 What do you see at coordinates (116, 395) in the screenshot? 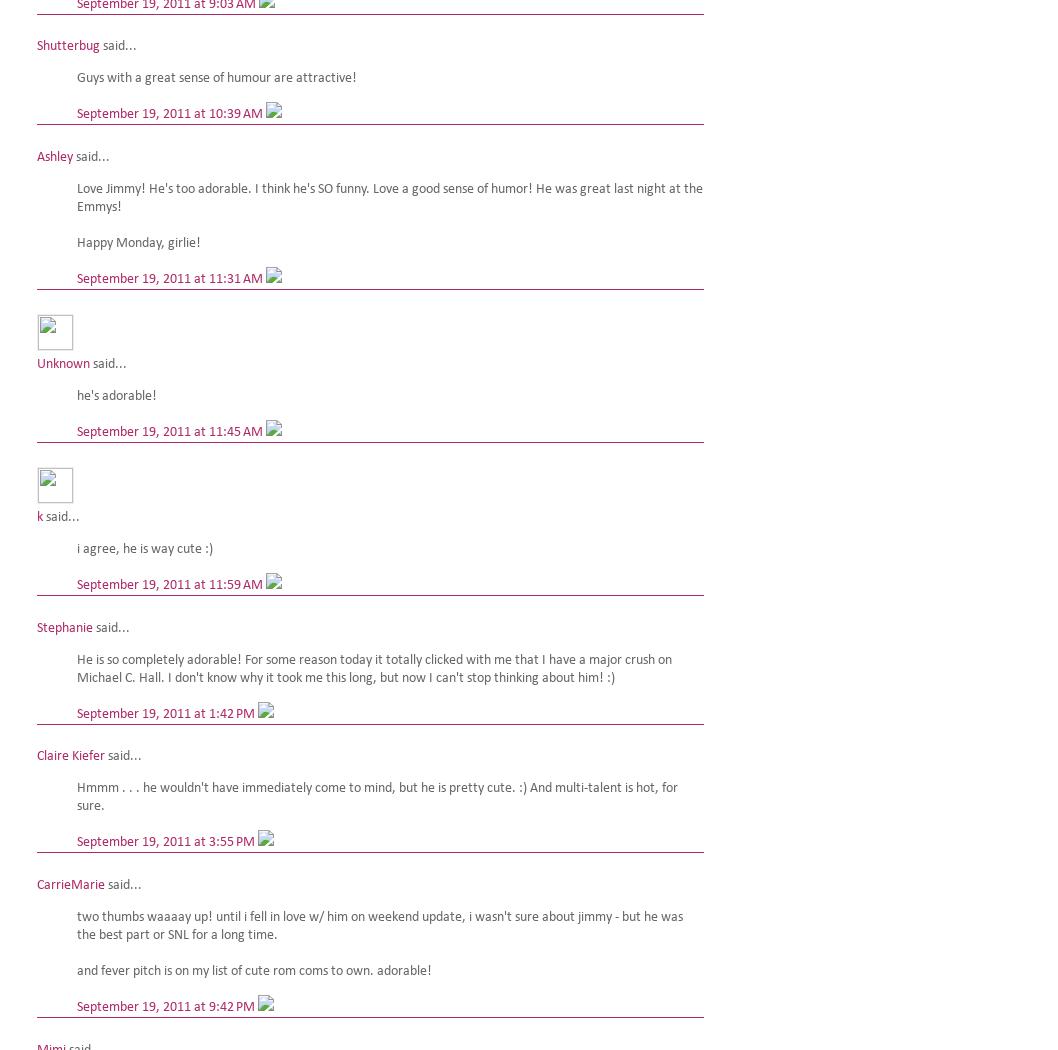
I see `'he's adorable!'` at bounding box center [116, 395].